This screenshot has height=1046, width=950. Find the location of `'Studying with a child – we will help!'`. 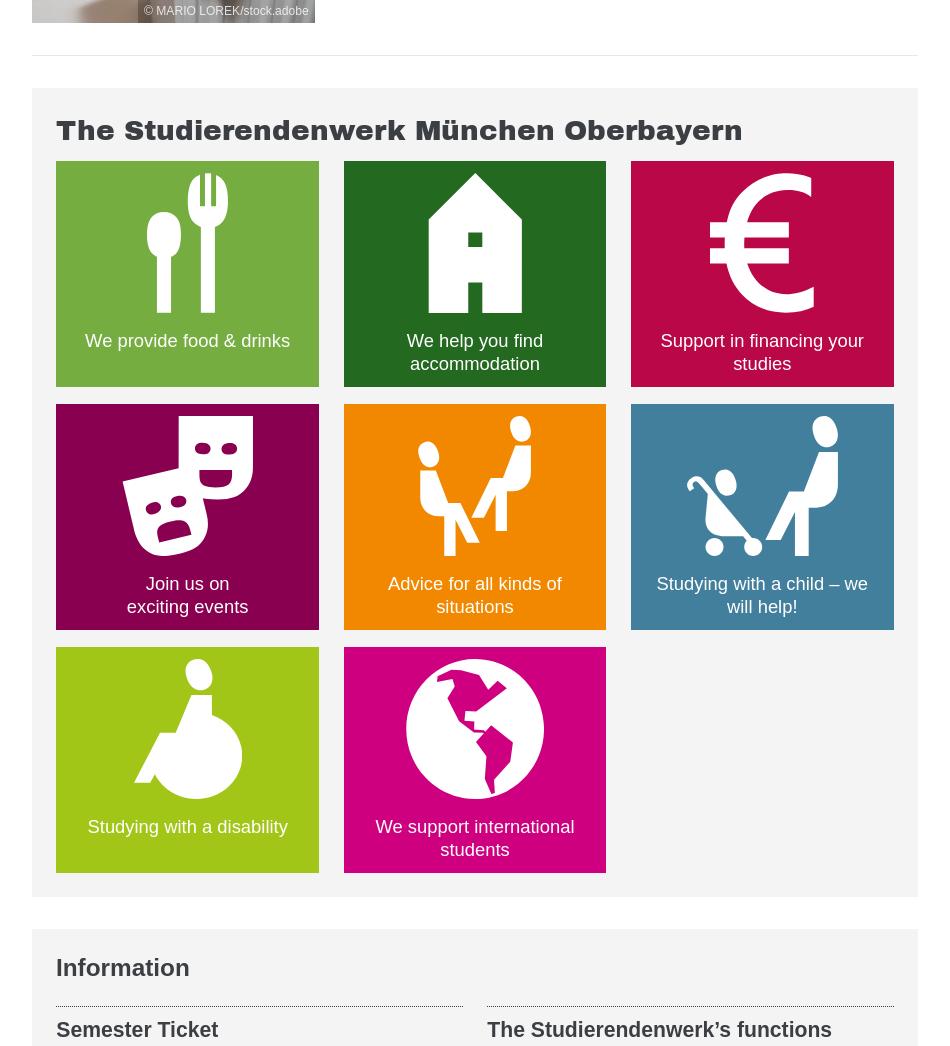

'Studying with a child – we will help!' is located at coordinates (655, 594).